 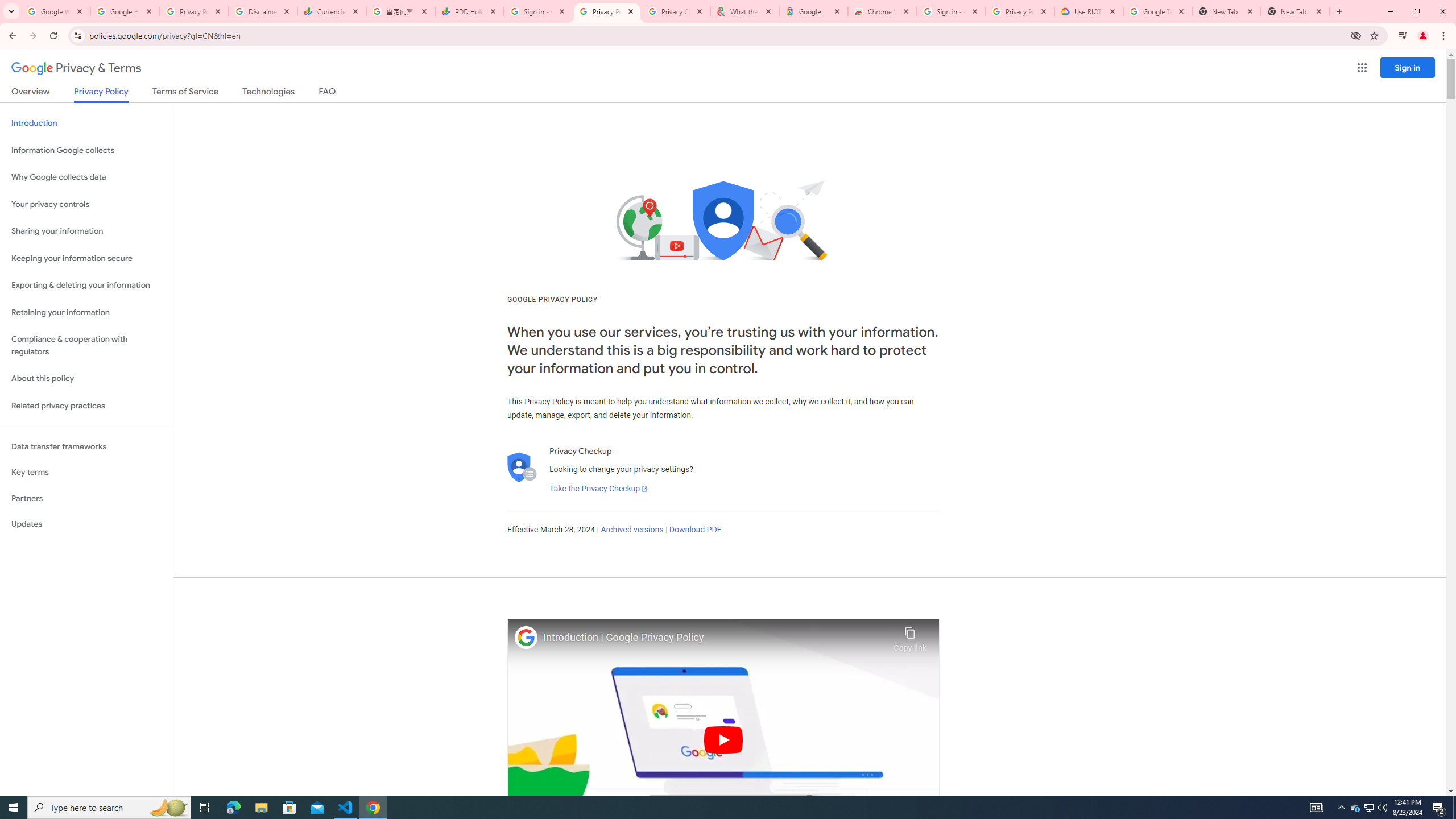 What do you see at coordinates (1294, 11) in the screenshot?
I see `'New Tab'` at bounding box center [1294, 11].